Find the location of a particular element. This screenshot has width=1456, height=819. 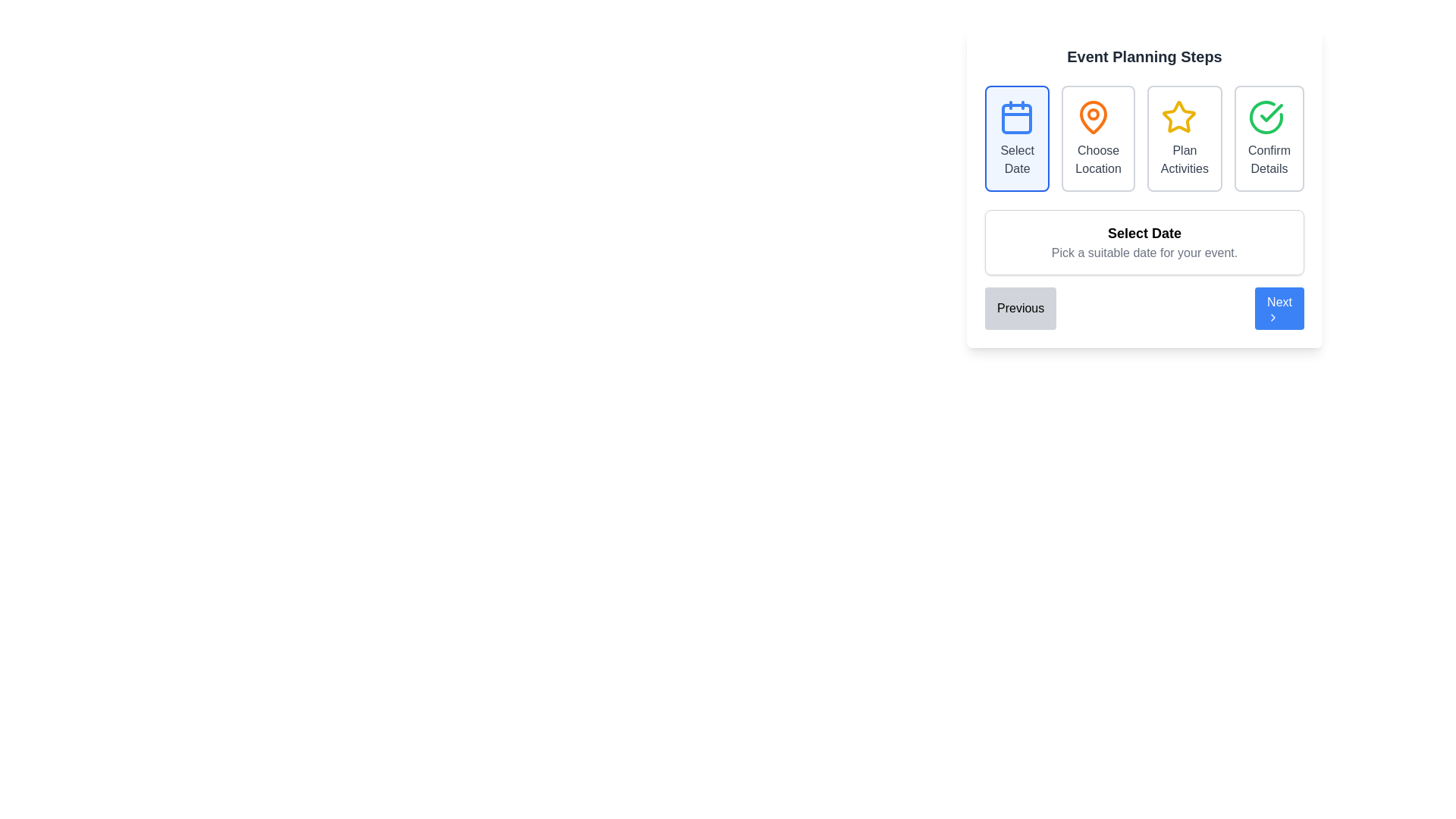

the green circular icon with a checkmark inside it, located in the 'Confirm Details' section above the text 'Confirm Details' is located at coordinates (1269, 116).